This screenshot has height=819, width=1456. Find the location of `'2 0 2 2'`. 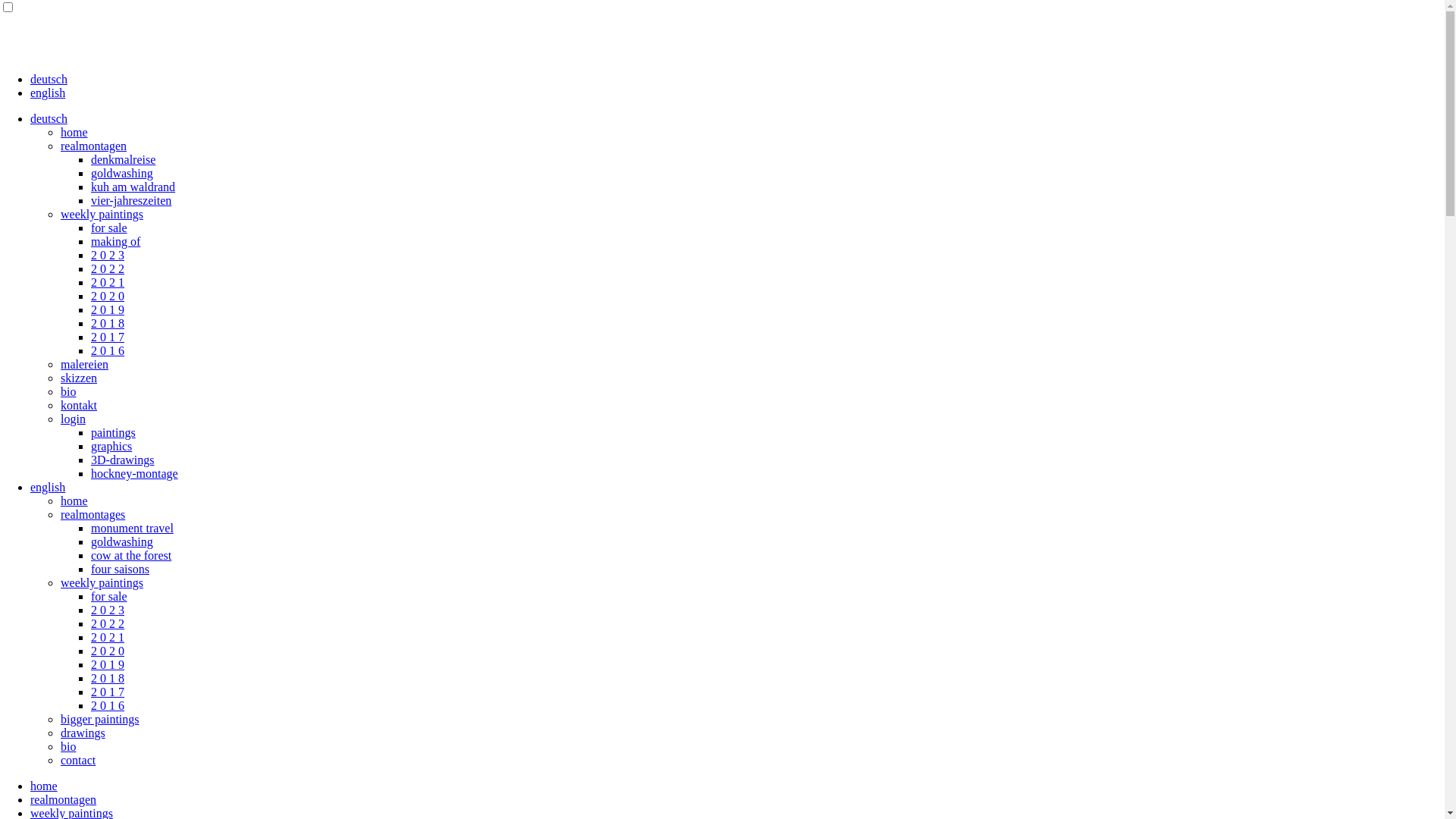

'2 0 2 2' is located at coordinates (90, 268).